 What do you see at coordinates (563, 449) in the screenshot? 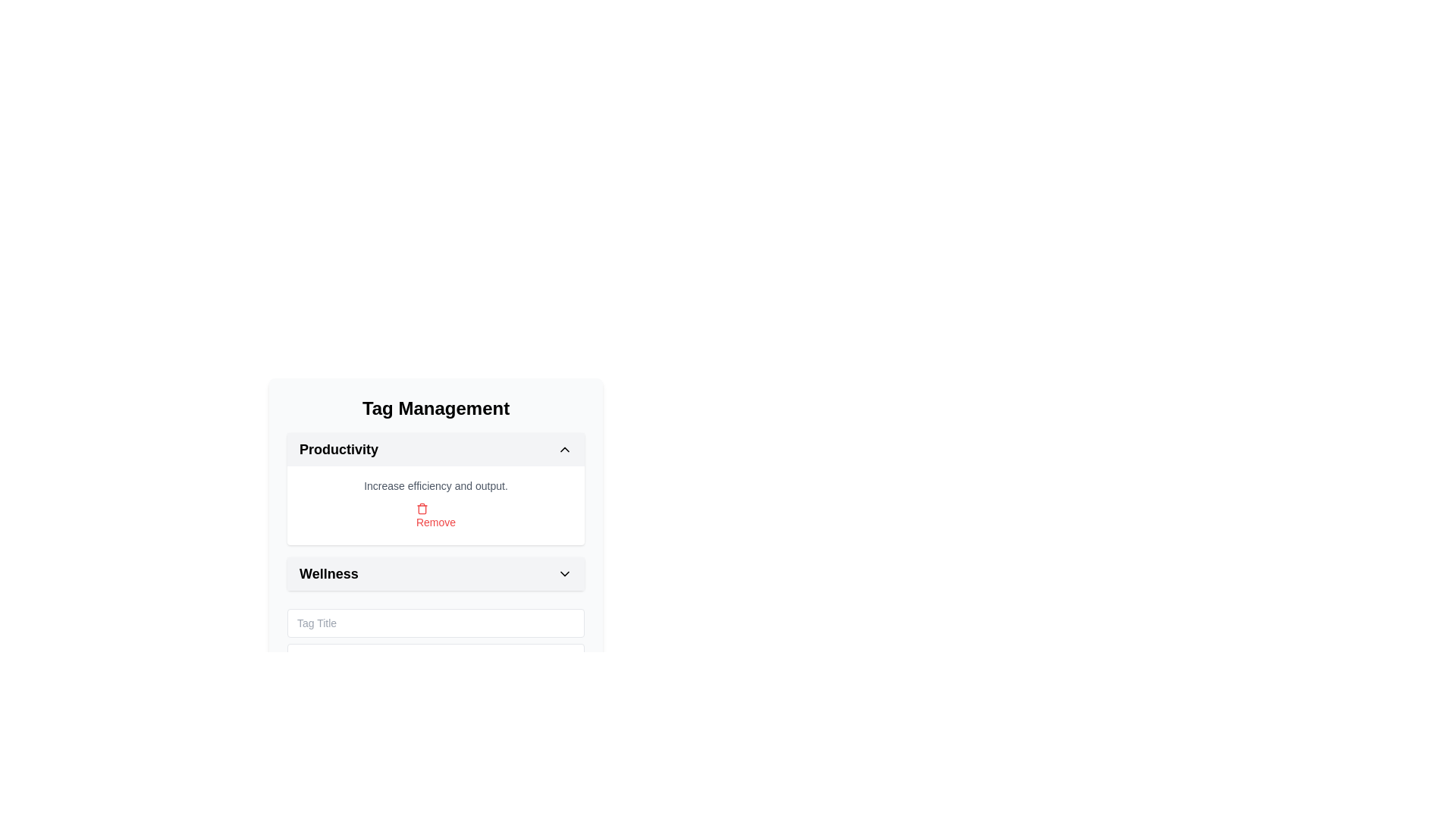
I see `the upward chevron icon button located at the right end of the 'Productivity' section` at bounding box center [563, 449].